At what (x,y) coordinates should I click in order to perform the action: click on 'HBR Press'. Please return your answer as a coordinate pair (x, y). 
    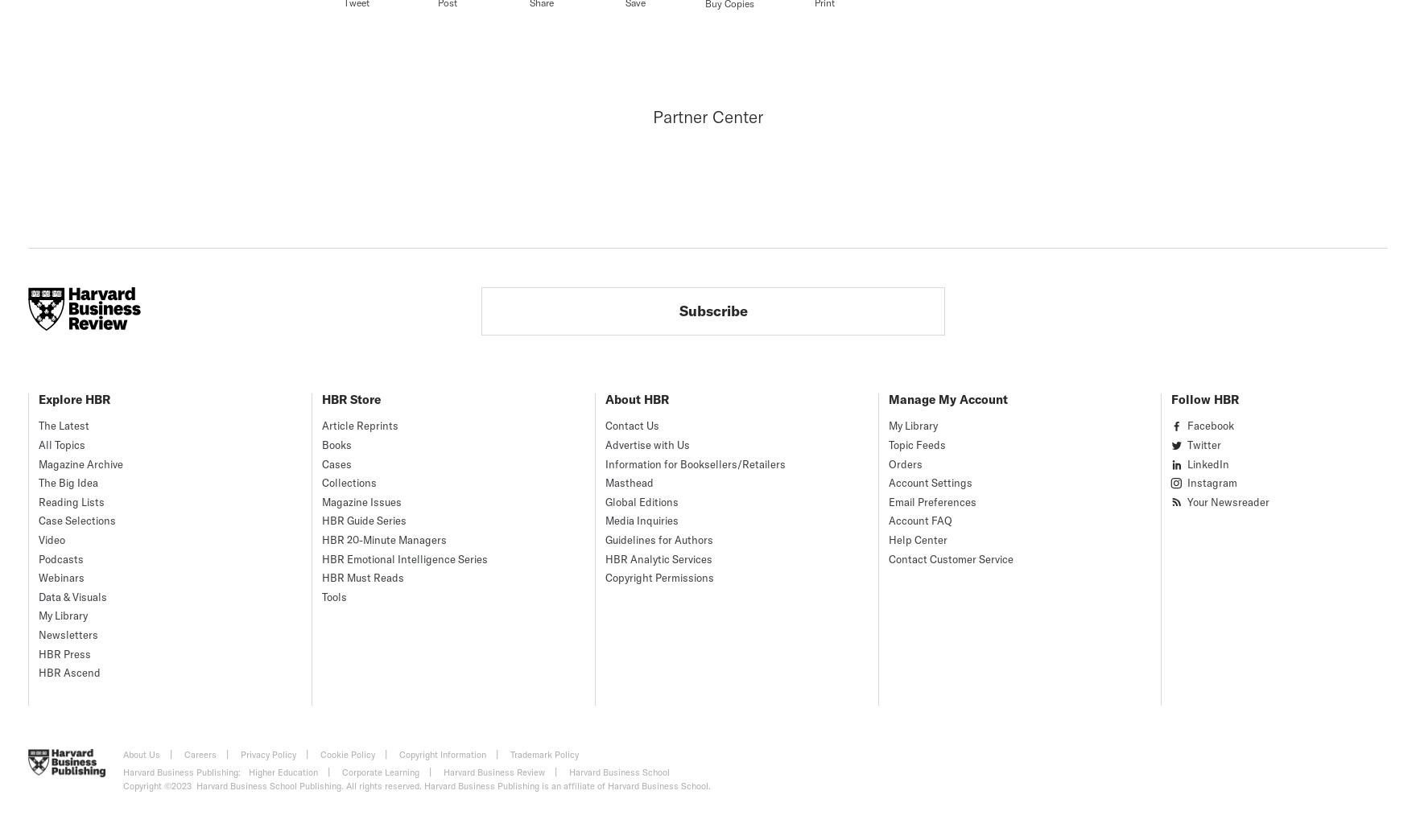
    Looking at the image, I should click on (64, 653).